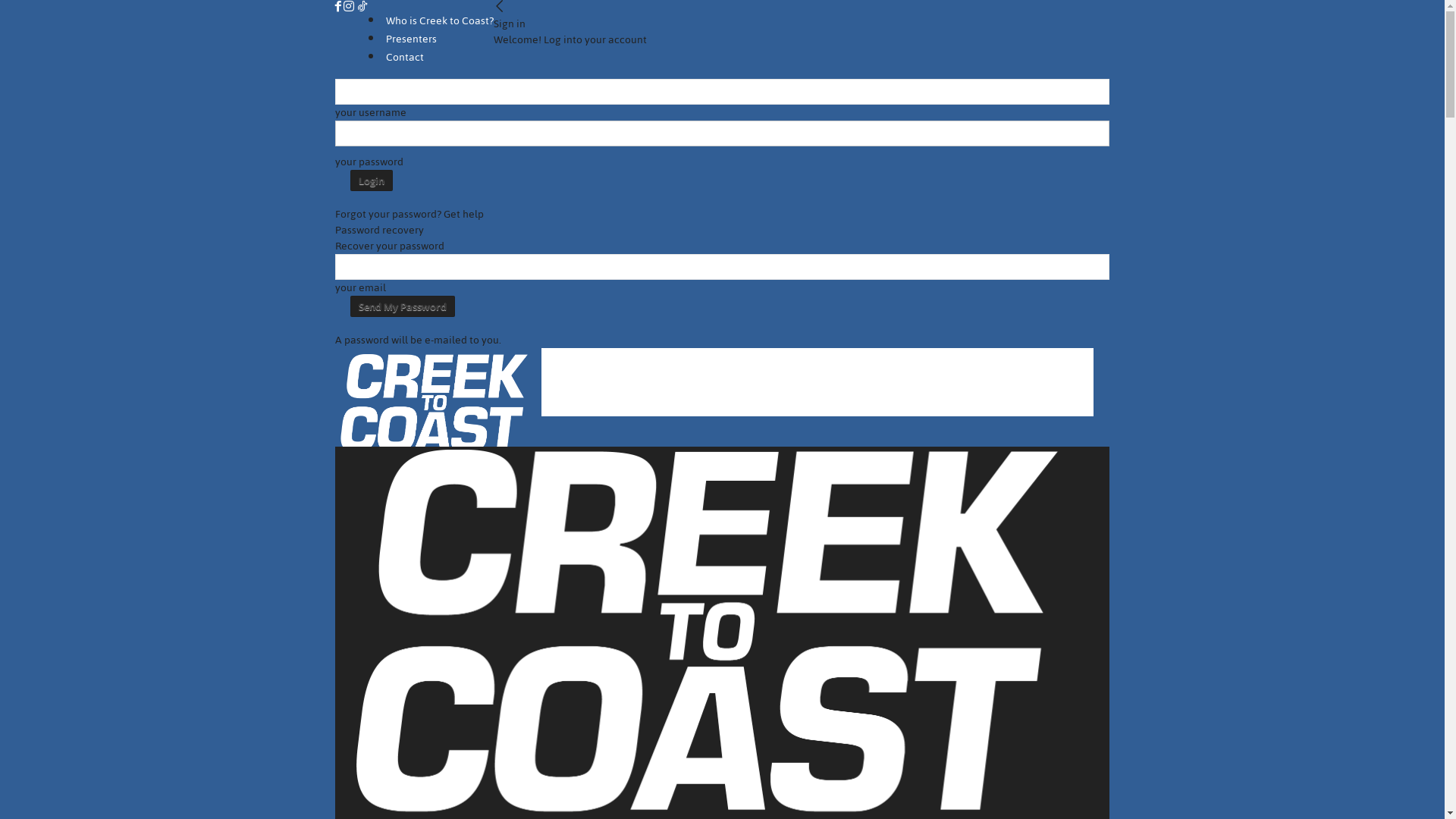 The width and height of the screenshot is (1456, 819). What do you see at coordinates (411, 38) in the screenshot?
I see `'Presenters'` at bounding box center [411, 38].